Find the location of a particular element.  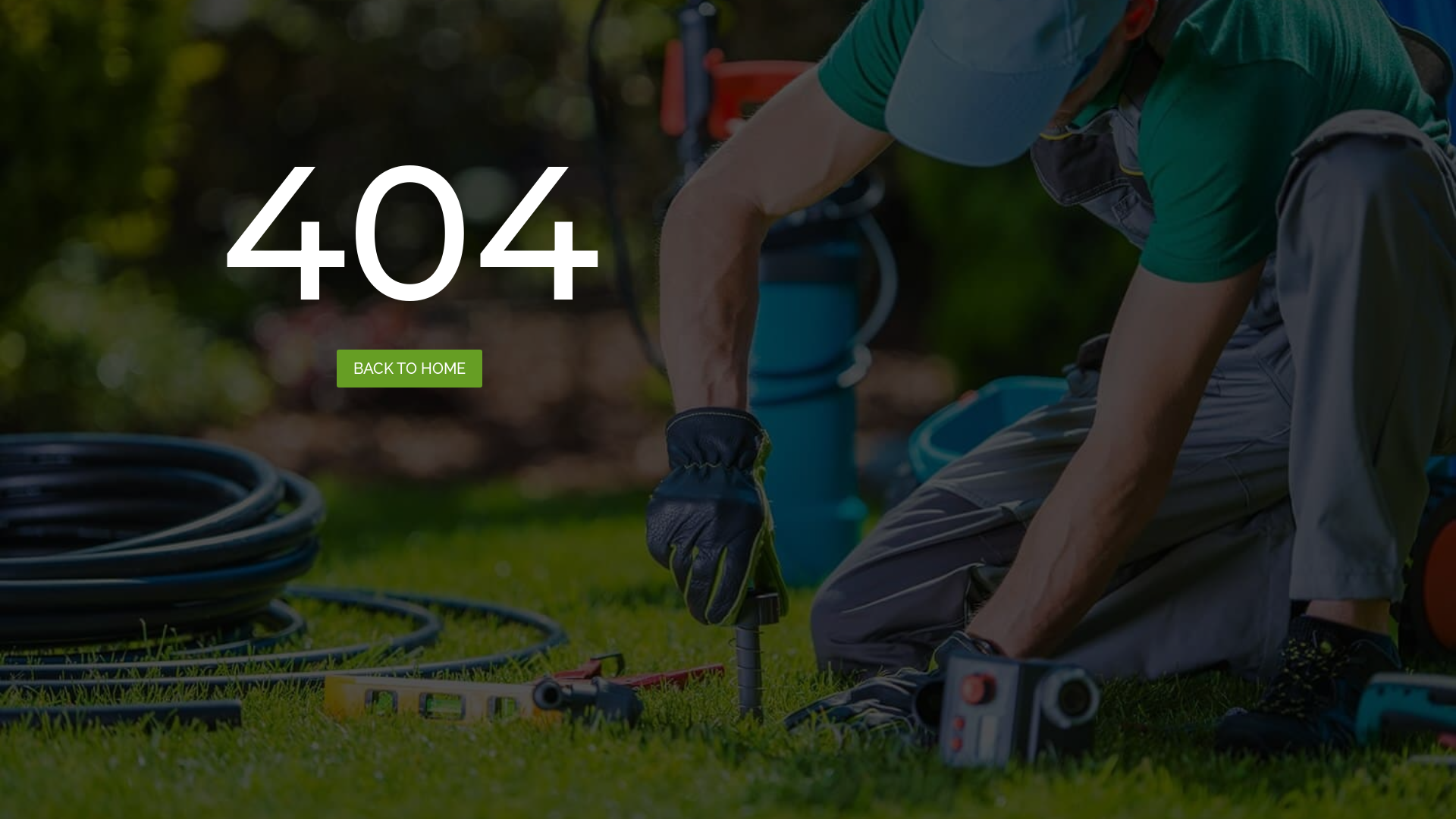

'BACK TO HOME' is located at coordinates (409, 369).